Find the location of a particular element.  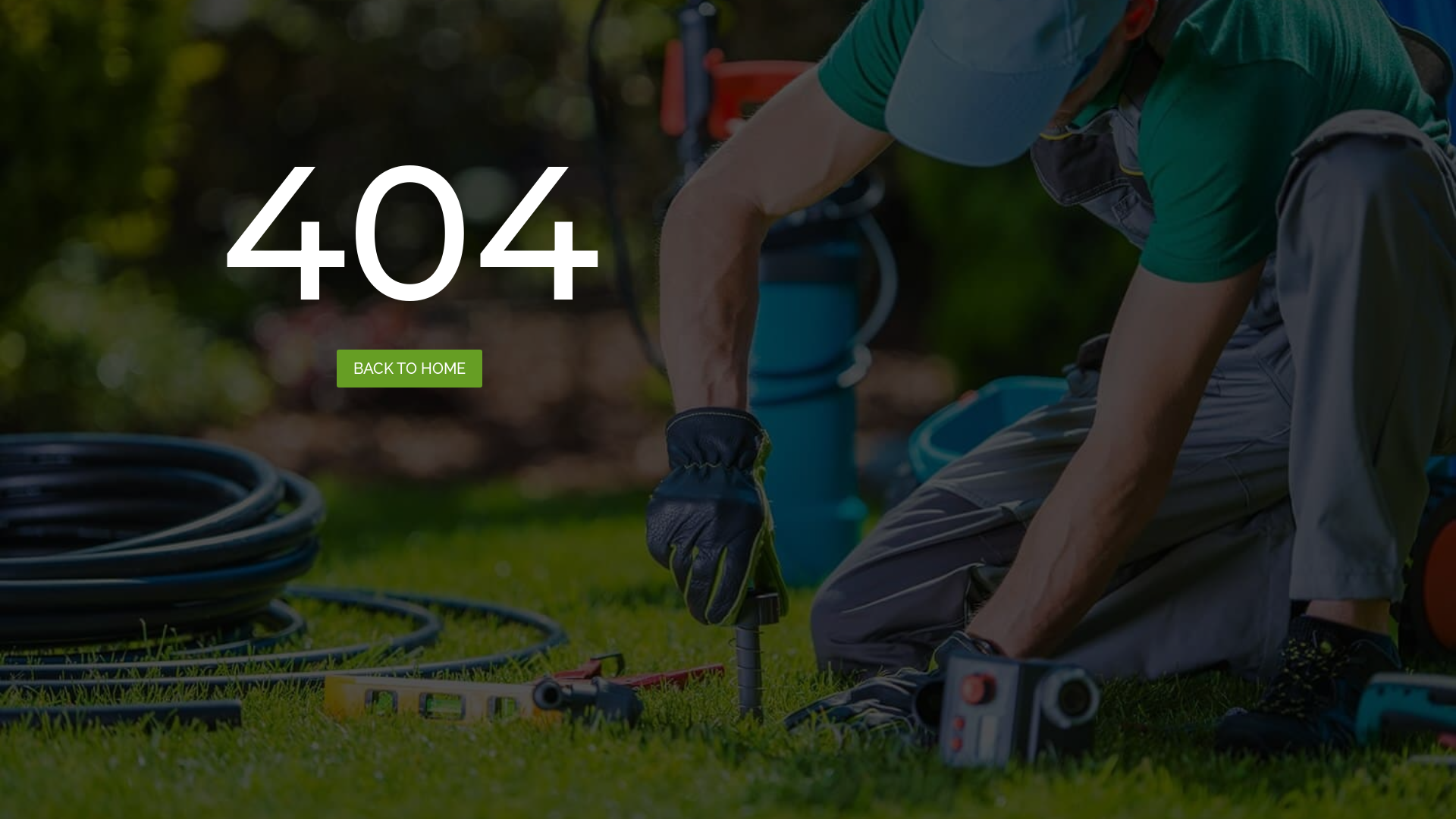

'BACK TO HOME' is located at coordinates (409, 369).